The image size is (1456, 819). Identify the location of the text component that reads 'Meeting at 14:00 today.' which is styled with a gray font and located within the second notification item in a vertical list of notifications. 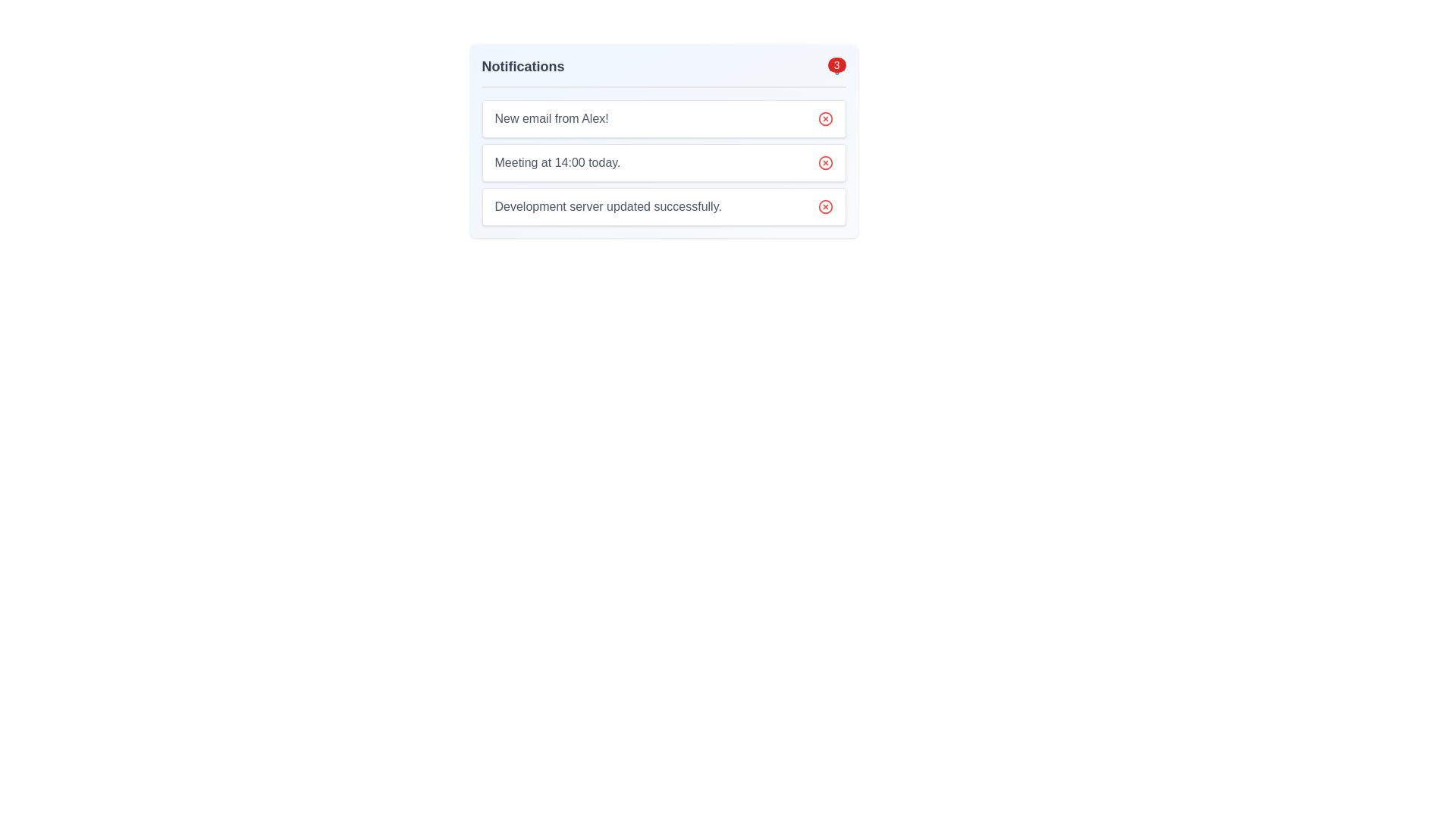
(557, 163).